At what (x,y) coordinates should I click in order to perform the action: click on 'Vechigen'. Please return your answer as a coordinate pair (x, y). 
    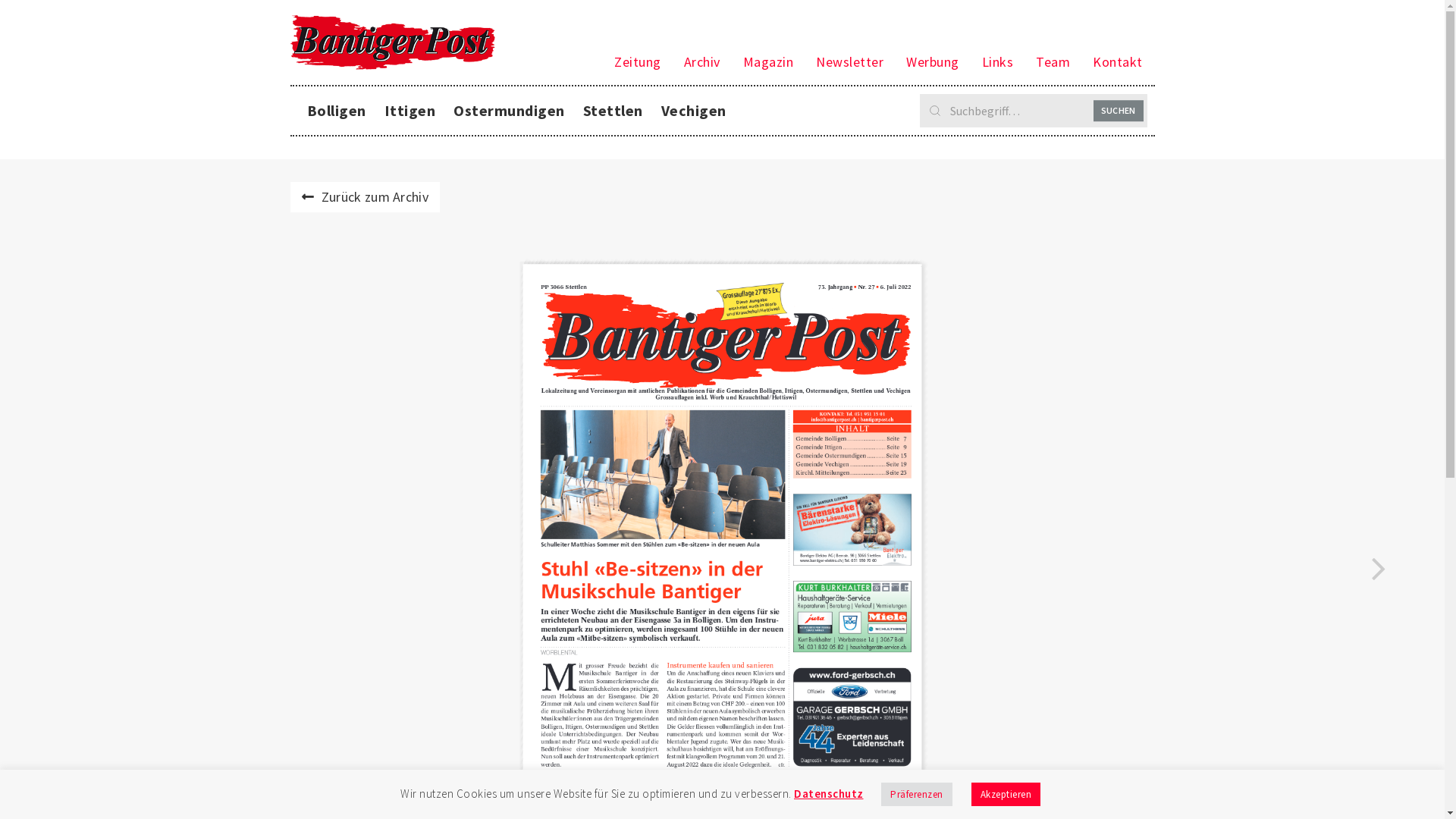
    Looking at the image, I should click on (693, 110).